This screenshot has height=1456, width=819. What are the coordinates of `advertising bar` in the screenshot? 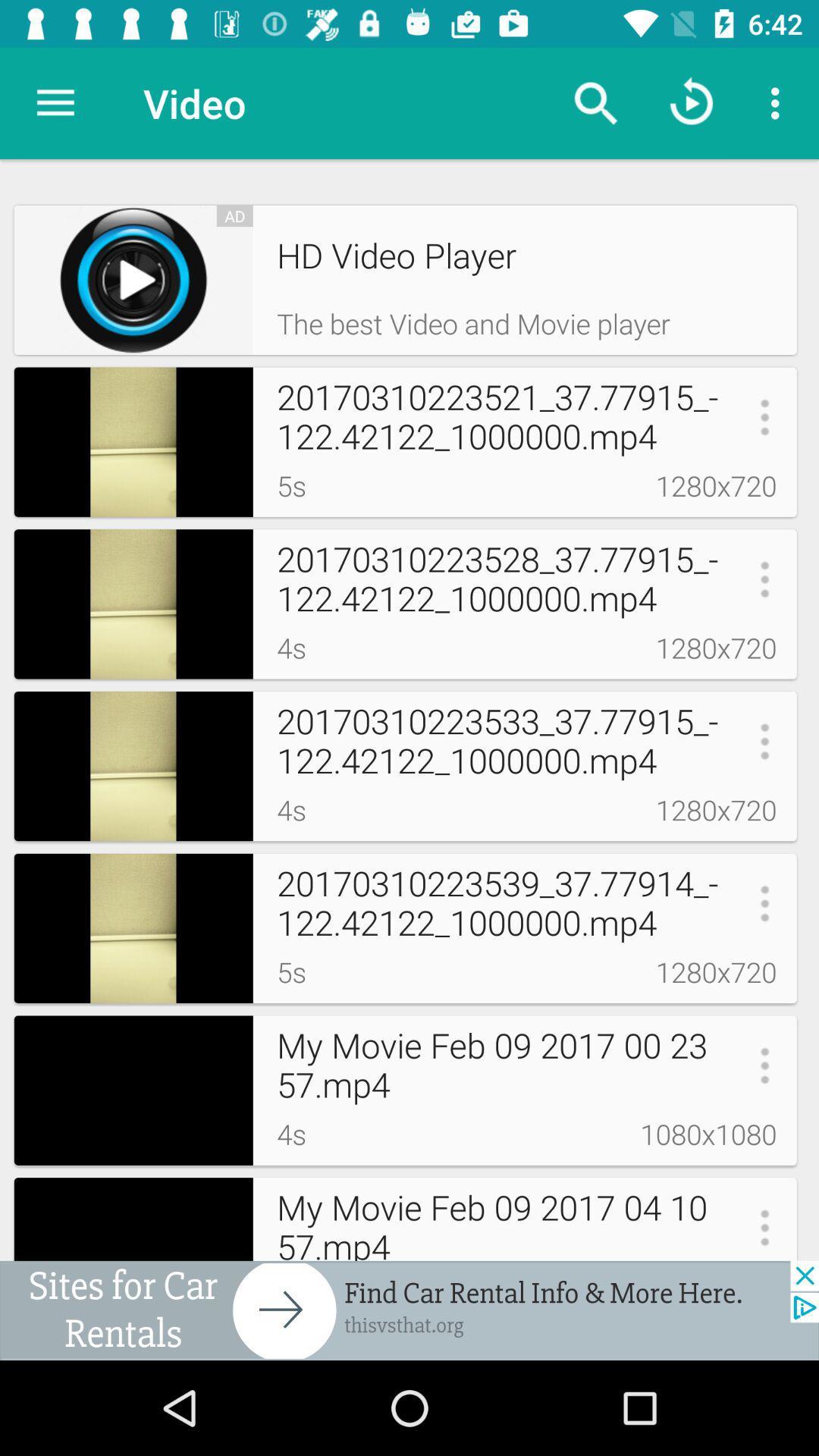 It's located at (409, 1310).